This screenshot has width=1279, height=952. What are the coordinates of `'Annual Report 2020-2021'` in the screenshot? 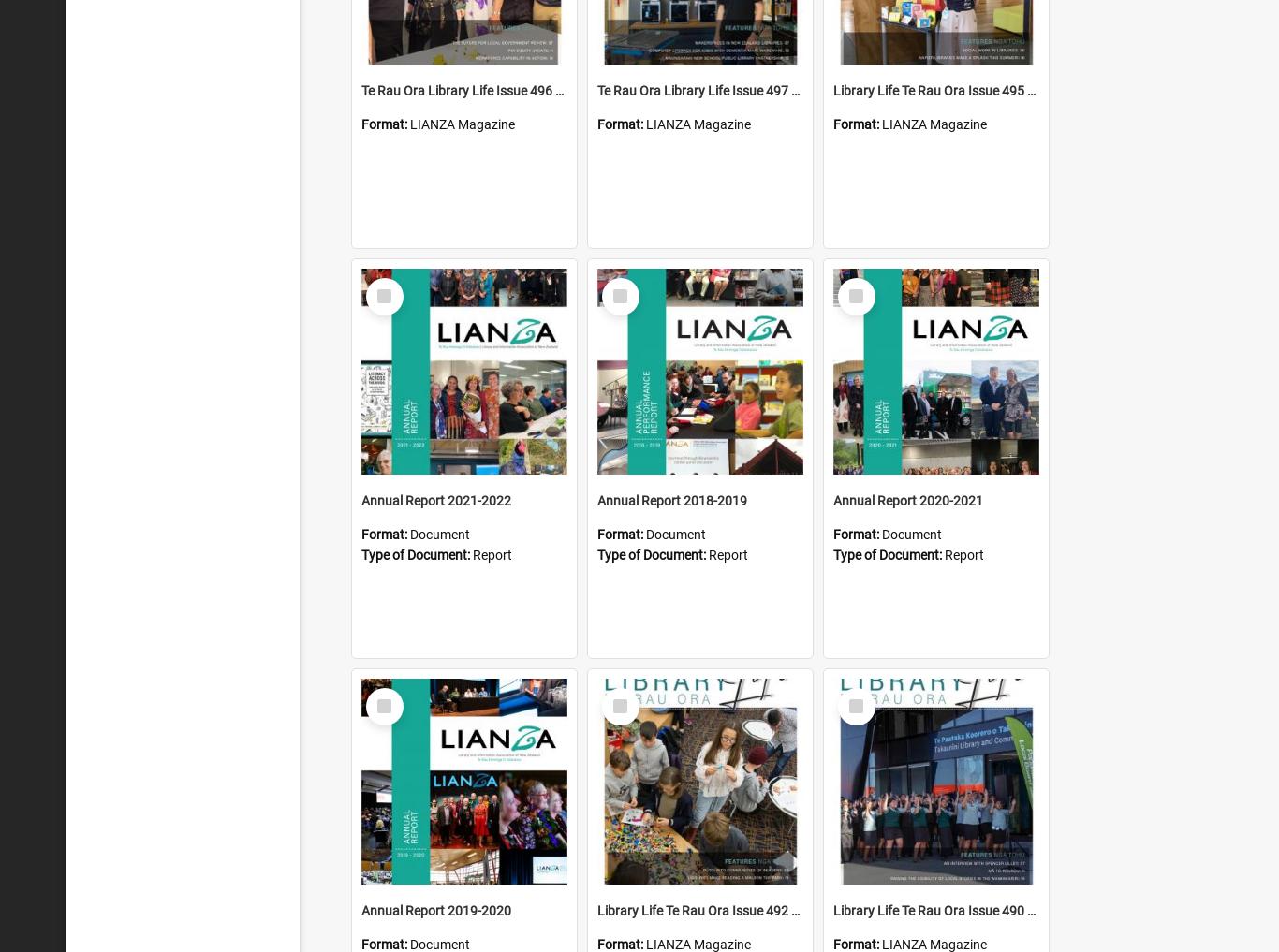 It's located at (907, 501).